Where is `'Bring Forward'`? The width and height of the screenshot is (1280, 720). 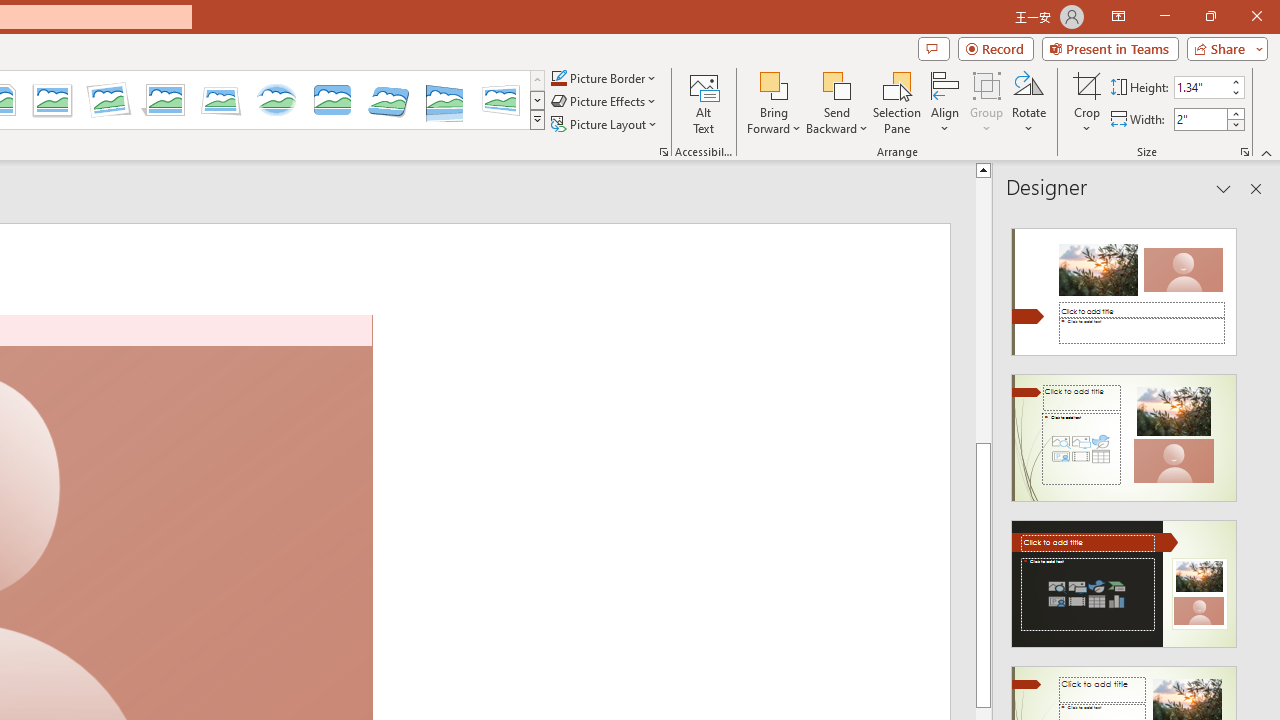 'Bring Forward' is located at coordinates (773, 103).